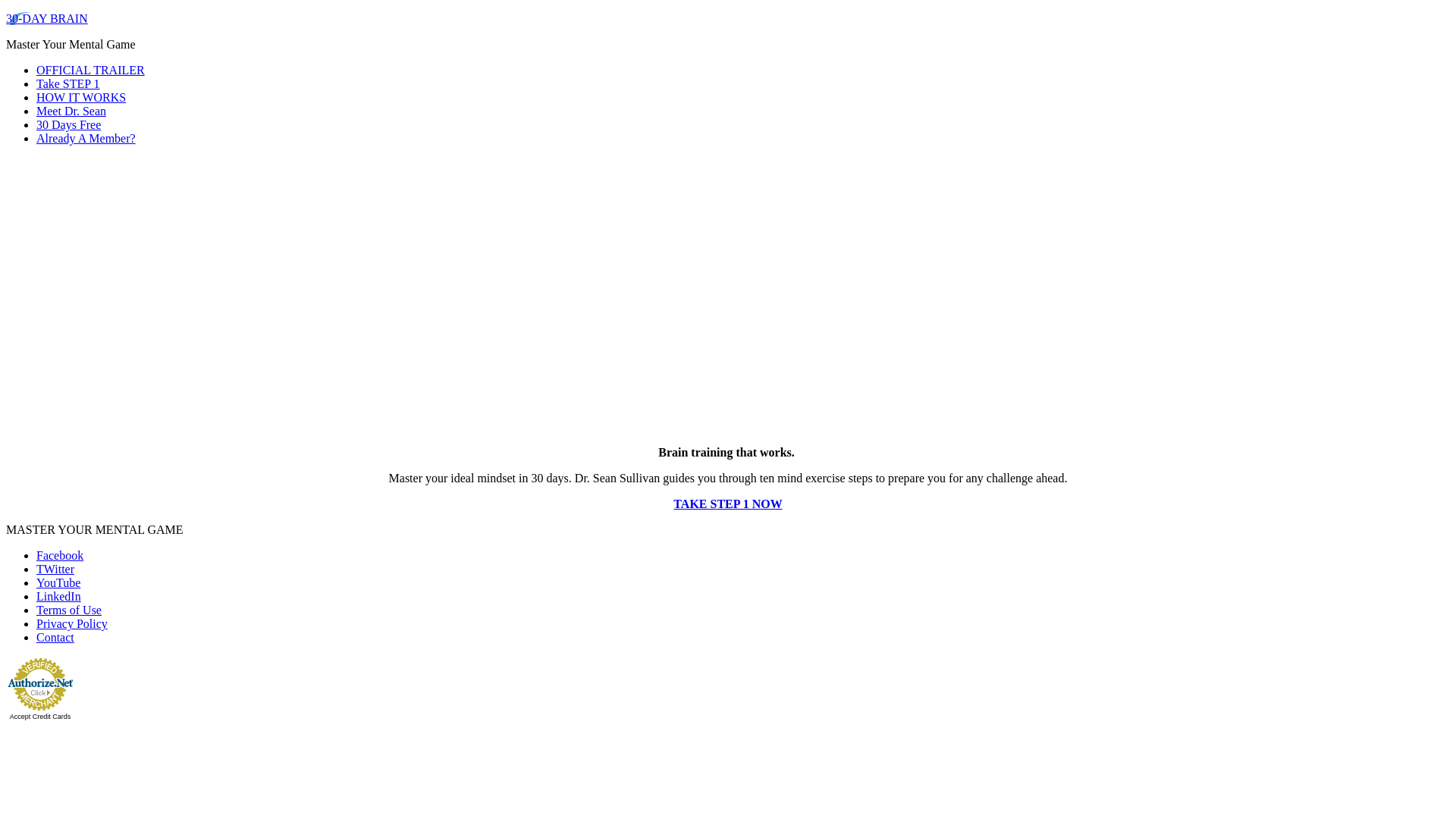  I want to click on 'Take STEP 1', so click(67, 83).